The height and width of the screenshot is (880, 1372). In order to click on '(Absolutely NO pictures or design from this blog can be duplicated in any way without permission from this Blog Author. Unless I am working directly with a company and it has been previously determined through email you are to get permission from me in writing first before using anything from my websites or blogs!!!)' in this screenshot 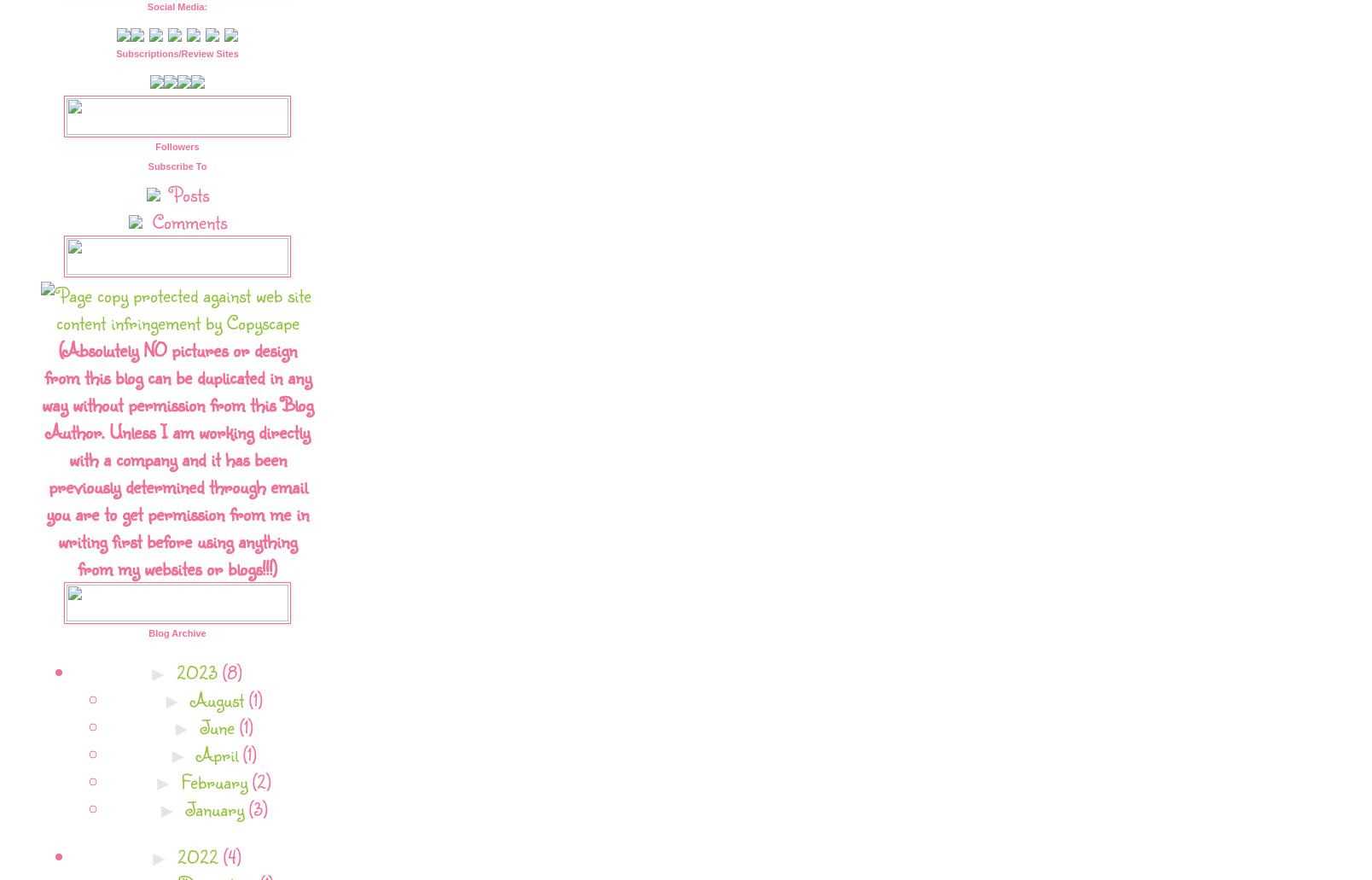, I will do `click(177, 457)`.